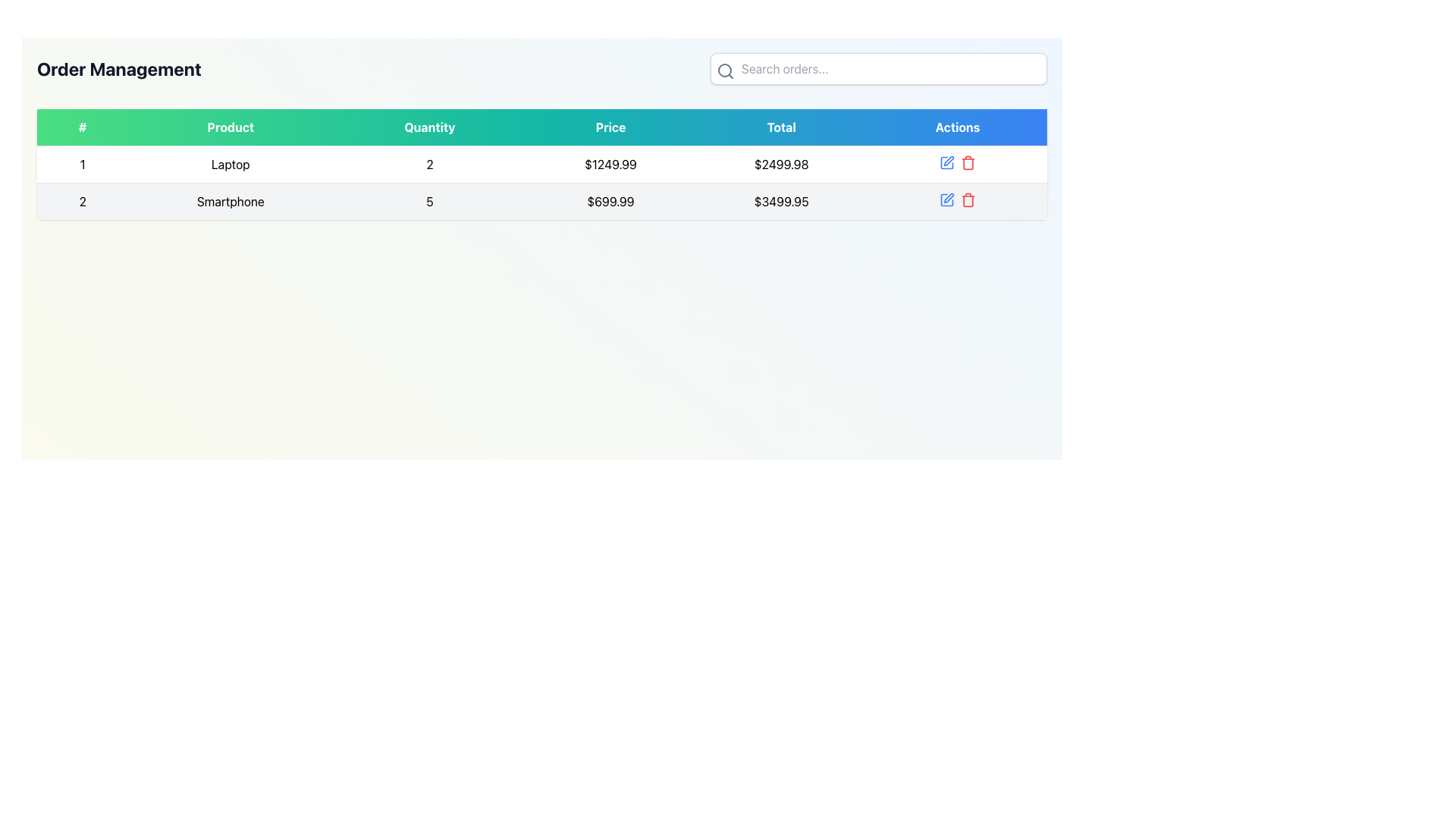  Describe the element at coordinates (428, 200) in the screenshot. I see `text indicating the quantity of items ordered, which shows '5' in the structured table layout, located in the third column of the second row after the 'Smartphone' text` at that location.